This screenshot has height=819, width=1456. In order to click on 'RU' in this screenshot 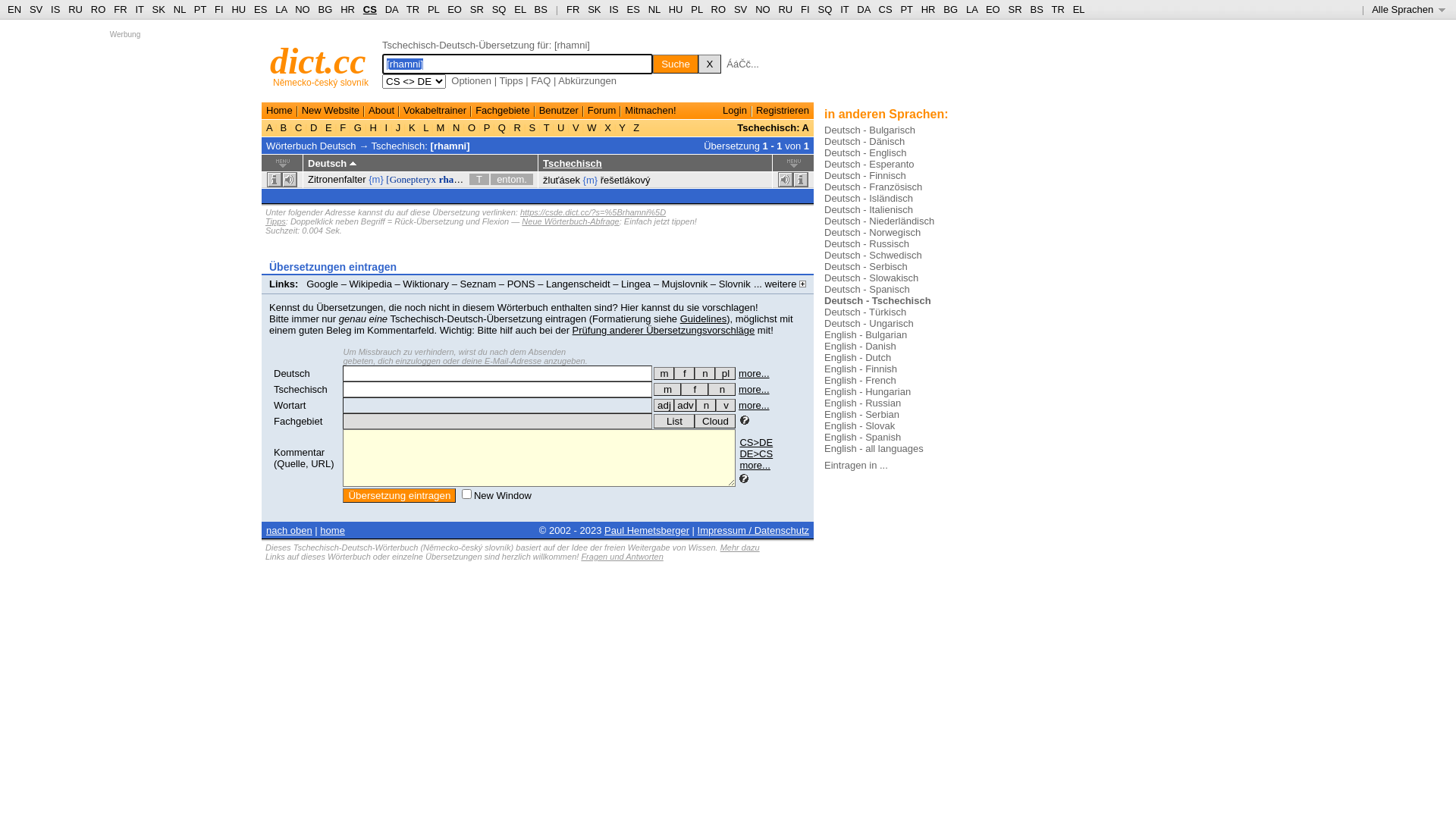, I will do `click(785, 9)`.